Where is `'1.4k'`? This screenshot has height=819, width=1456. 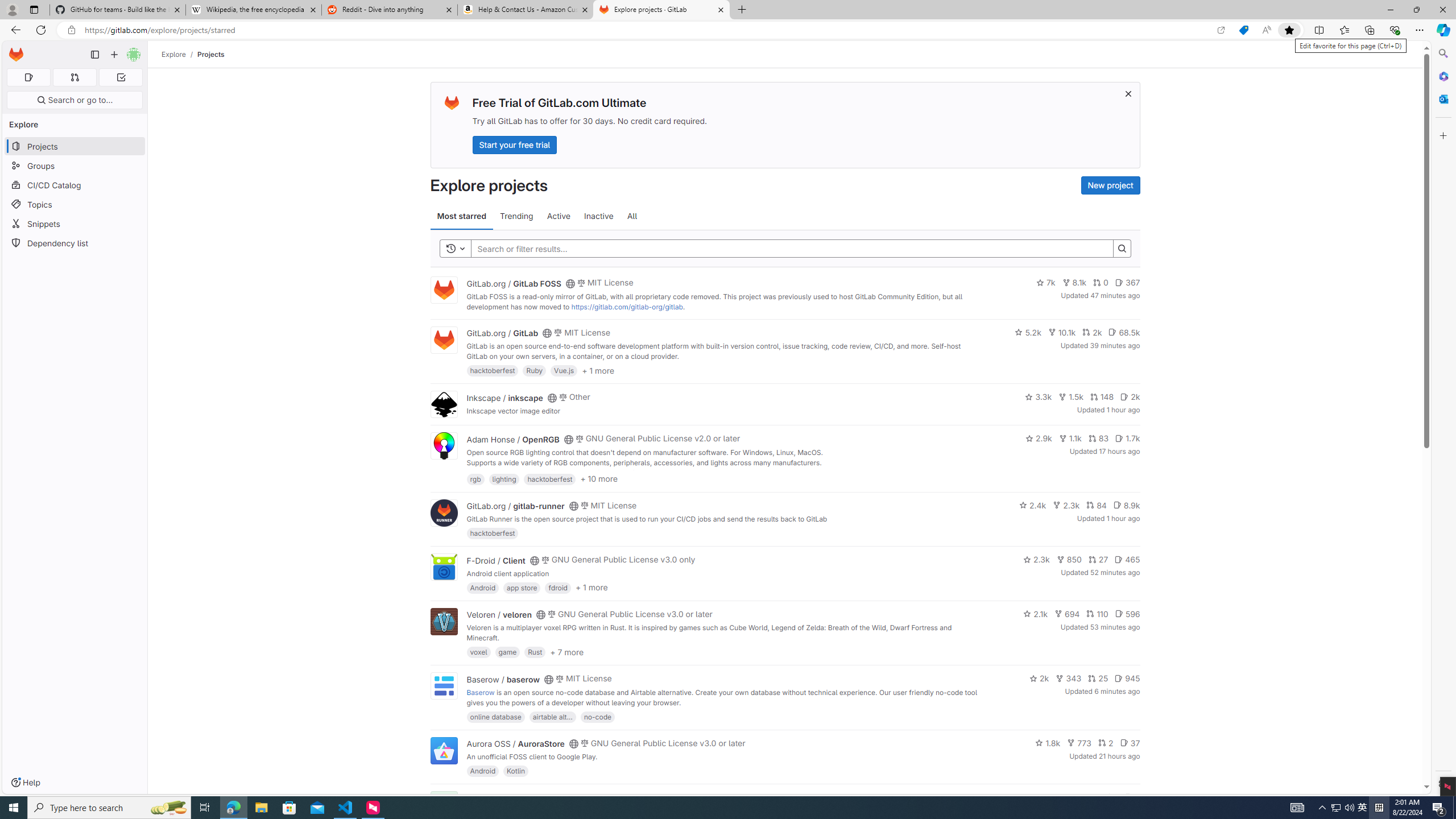
'1.4k' is located at coordinates (1053, 797).